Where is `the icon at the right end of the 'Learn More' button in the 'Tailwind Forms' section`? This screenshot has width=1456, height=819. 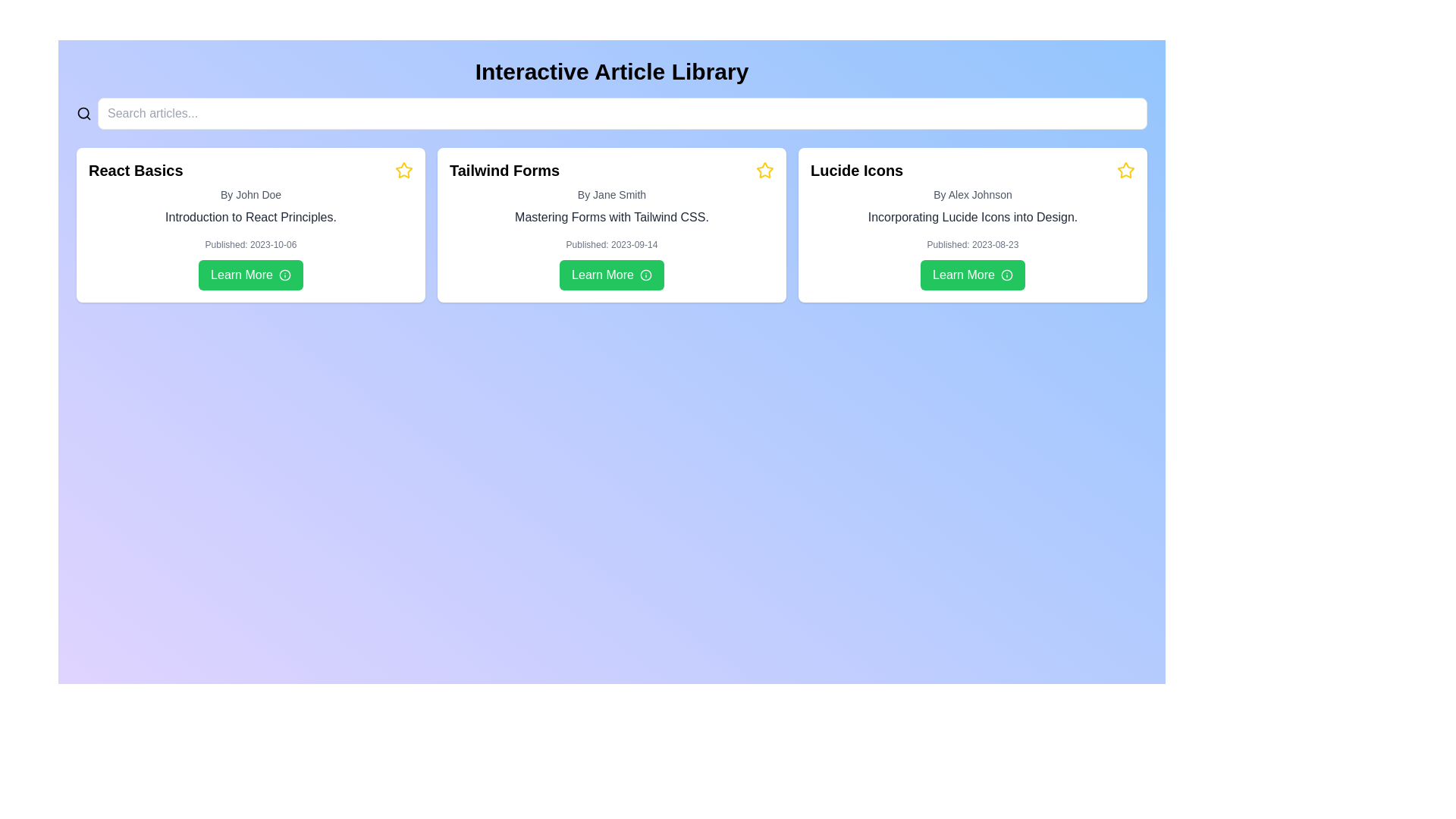
the icon at the right end of the 'Learn More' button in the 'Tailwind Forms' section is located at coordinates (645, 275).